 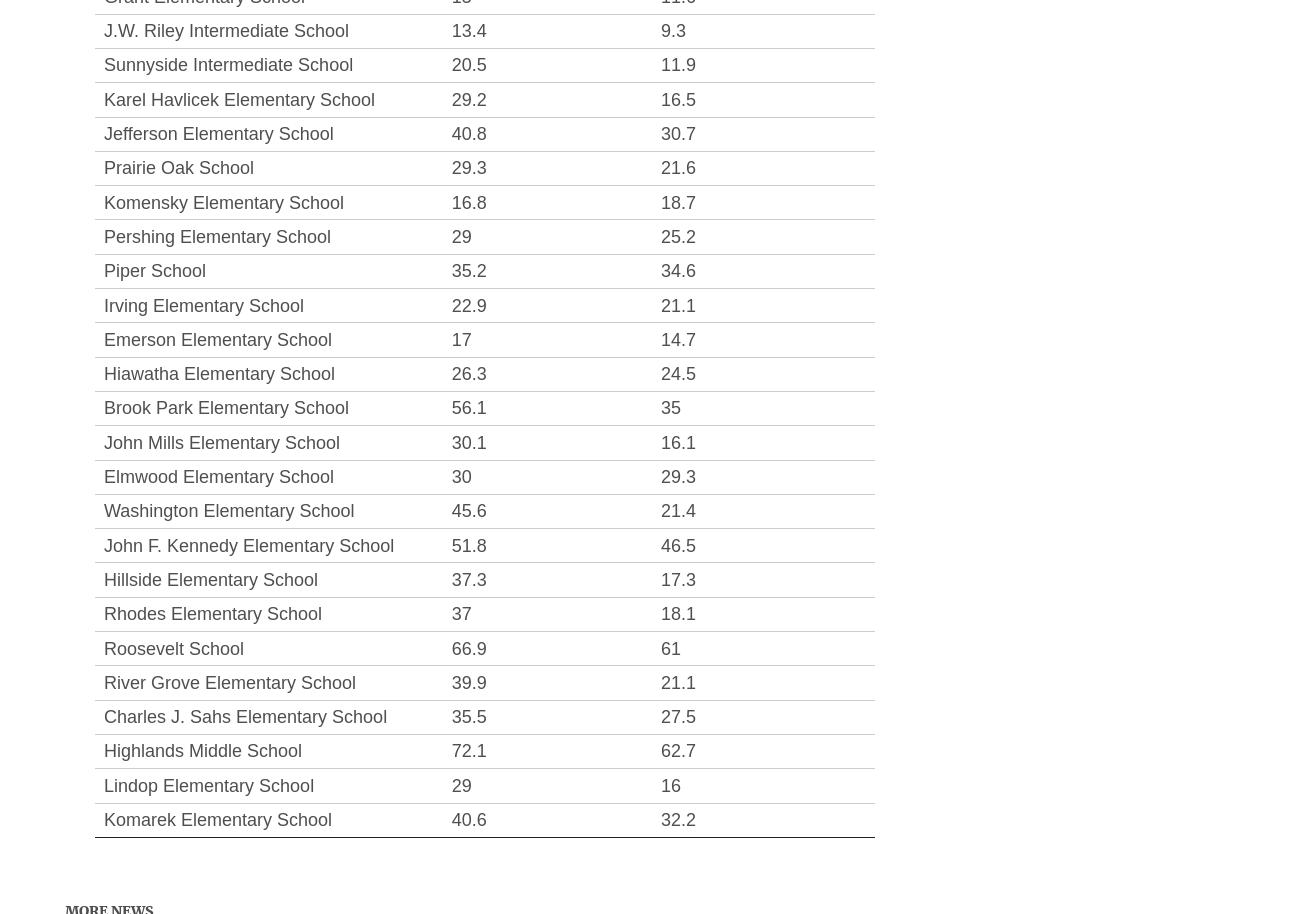 What do you see at coordinates (467, 98) in the screenshot?
I see `'29.2'` at bounding box center [467, 98].